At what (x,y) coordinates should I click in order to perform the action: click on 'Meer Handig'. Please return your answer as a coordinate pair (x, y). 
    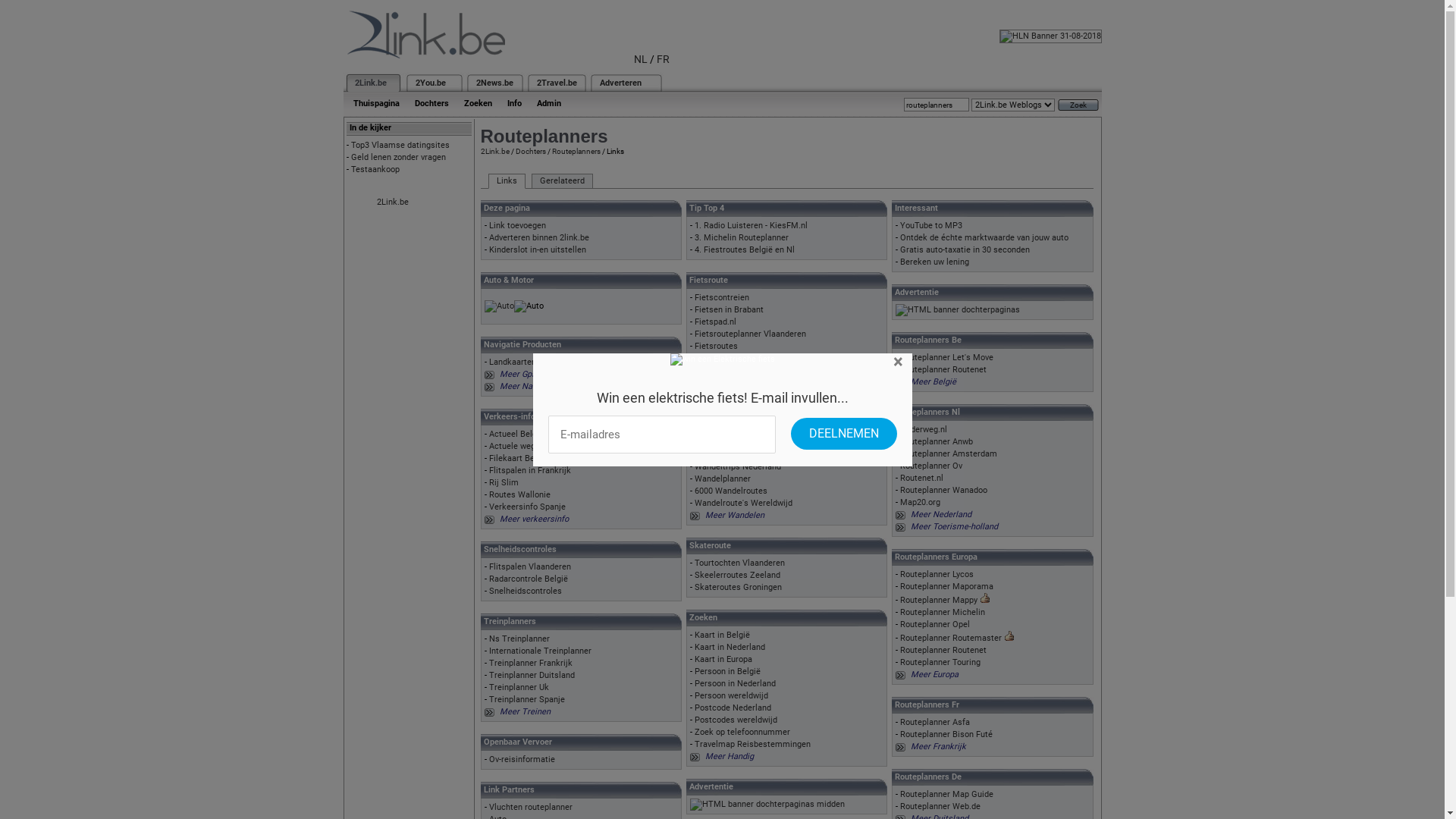
    Looking at the image, I should click on (729, 756).